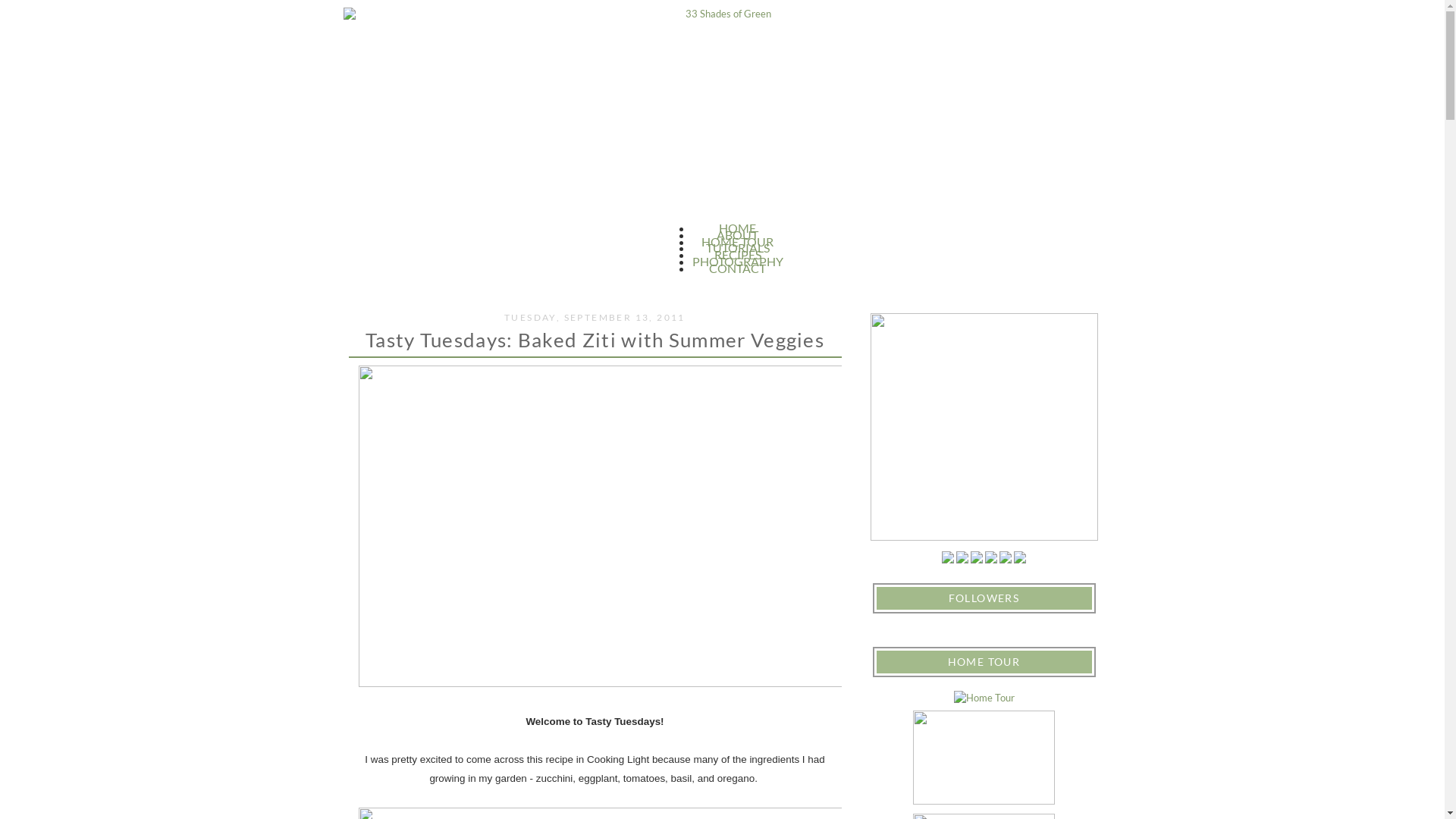 This screenshot has height=819, width=1456. What do you see at coordinates (737, 234) in the screenshot?
I see `'ABOUT'` at bounding box center [737, 234].